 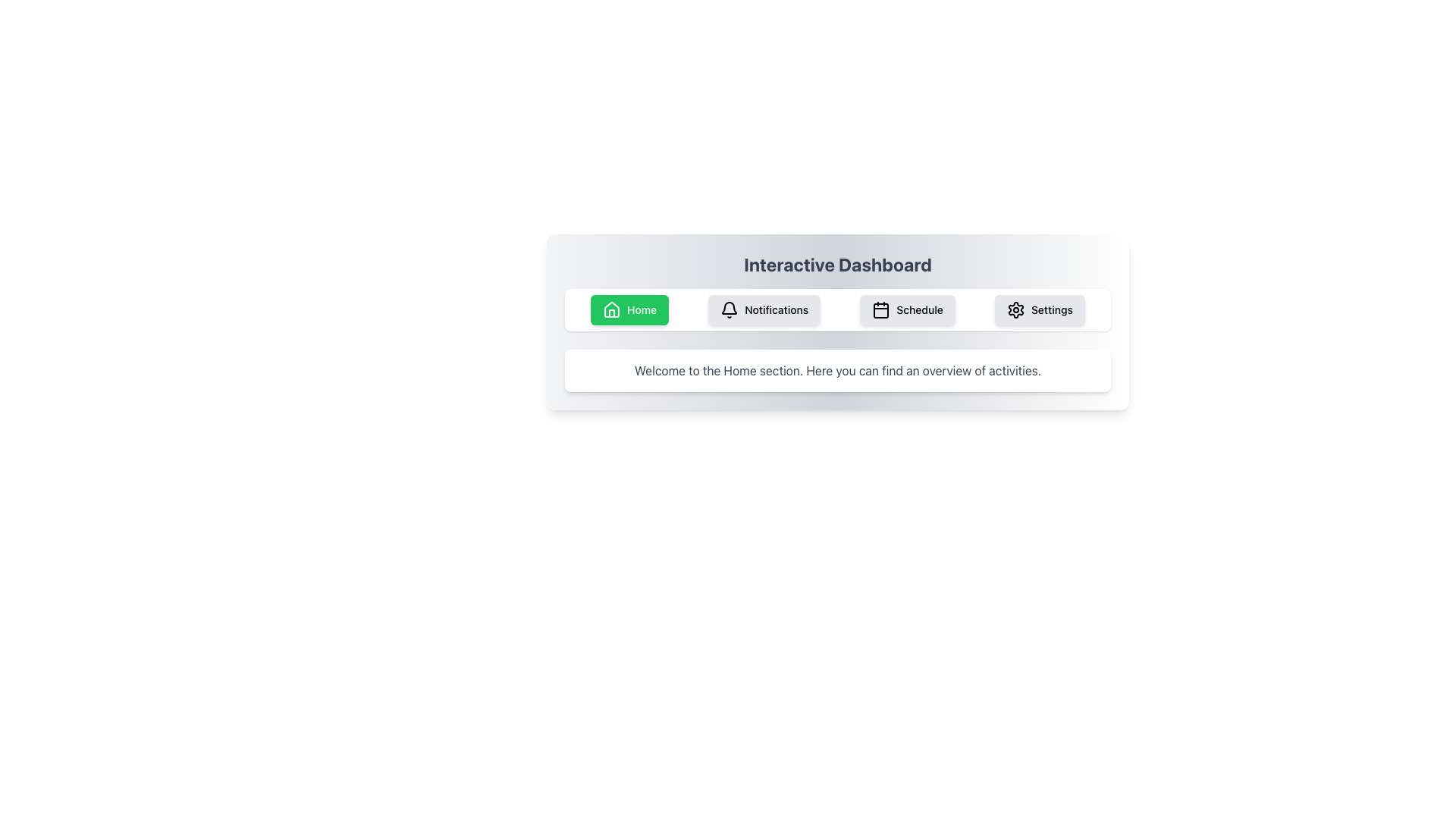 I want to click on the house icon located in the navigation bar labeled 'Home', which is represented by a stylized SVG graphic of a house, so click(x=611, y=309).